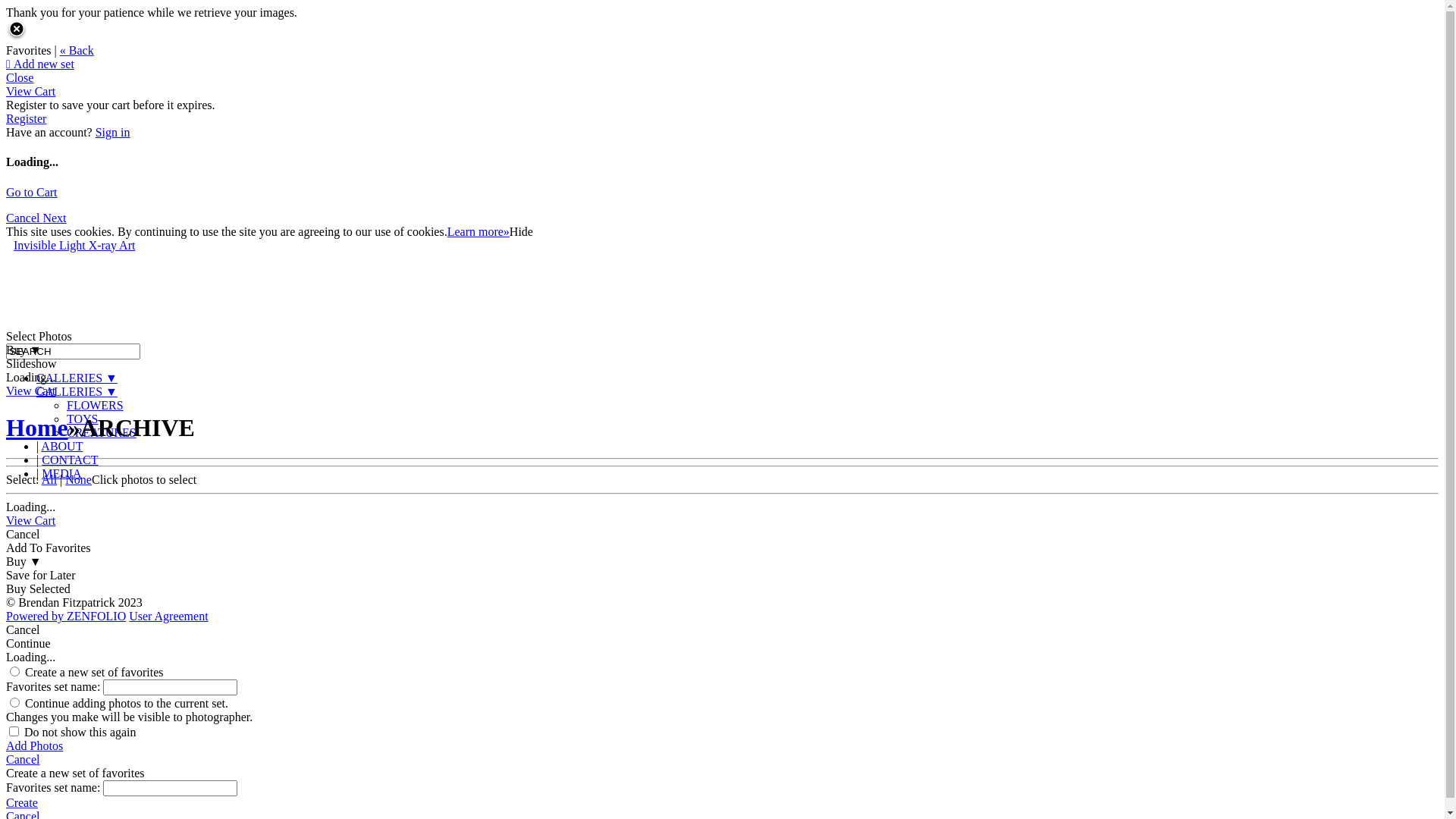  What do you see at coordinates (73, 244) in the screenshot?
I see `'Invisible Light X-ray Art'` at bounding box center [73, 244].